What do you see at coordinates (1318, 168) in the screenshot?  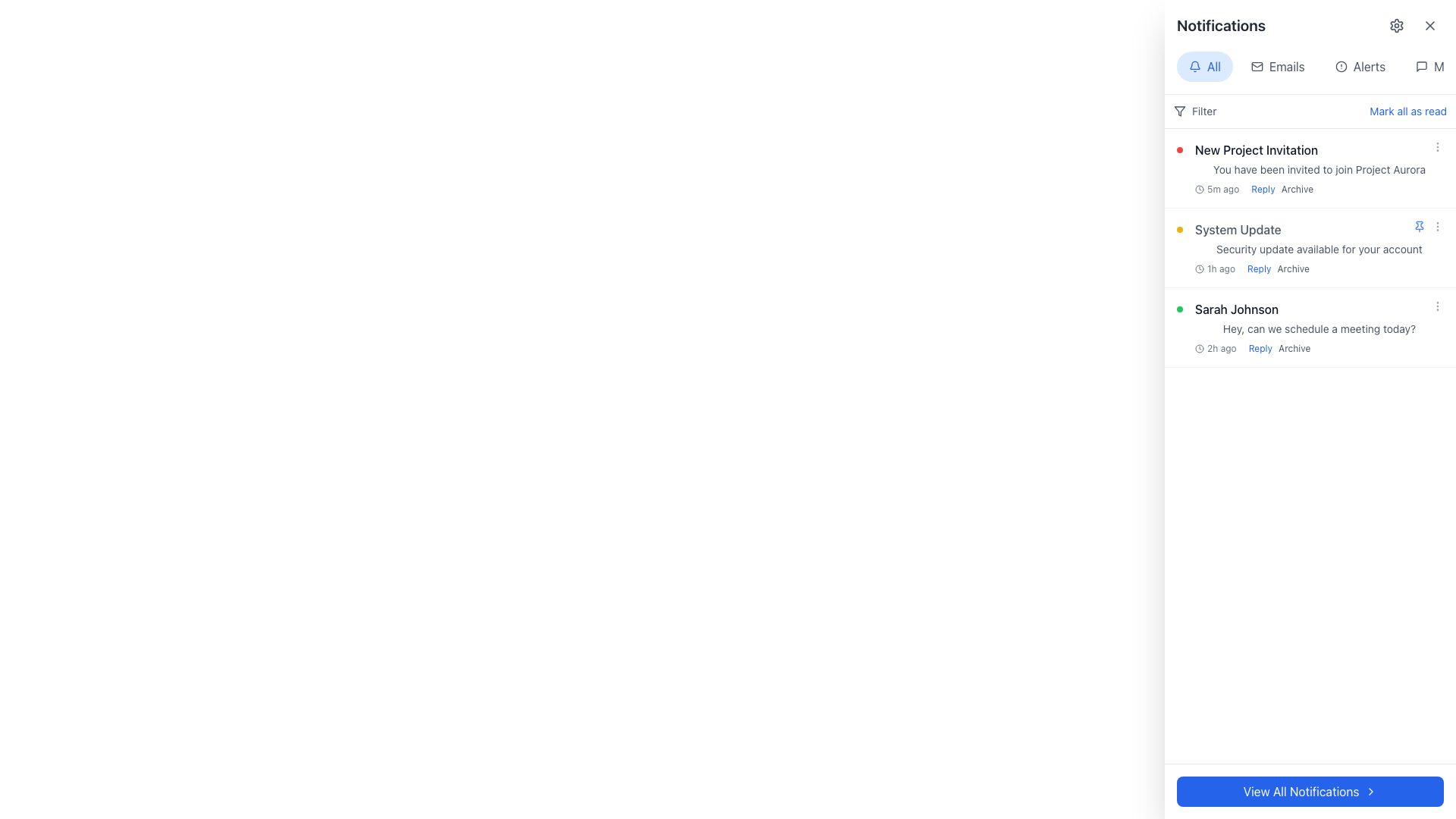 I see `the notification item for 'Project Aurora' located at the top of the list in the 'Notifications' panel` at bounding box center [1318, 168].